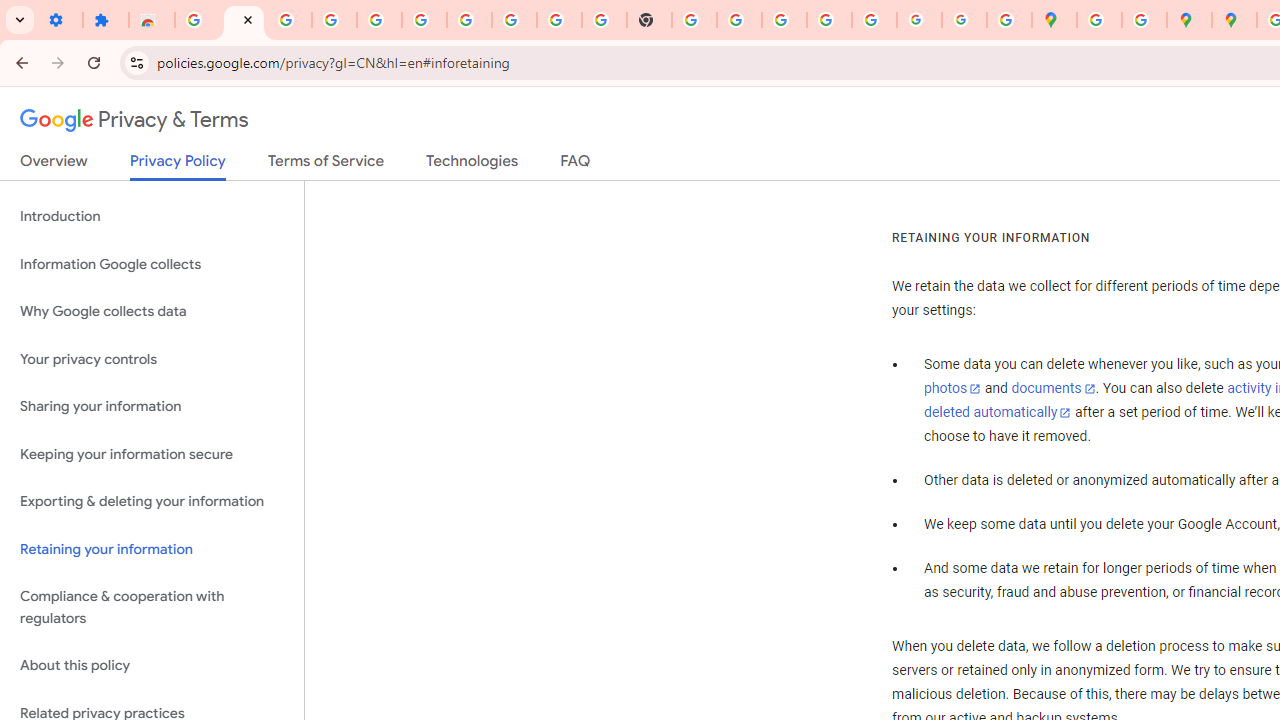 Image resolution: width=1280 pixels, height=720 pixels. What do you see at coordinates (151, 263) in the screenshot?
I see `'Information Google collects'` at bounding box center [151, 263].